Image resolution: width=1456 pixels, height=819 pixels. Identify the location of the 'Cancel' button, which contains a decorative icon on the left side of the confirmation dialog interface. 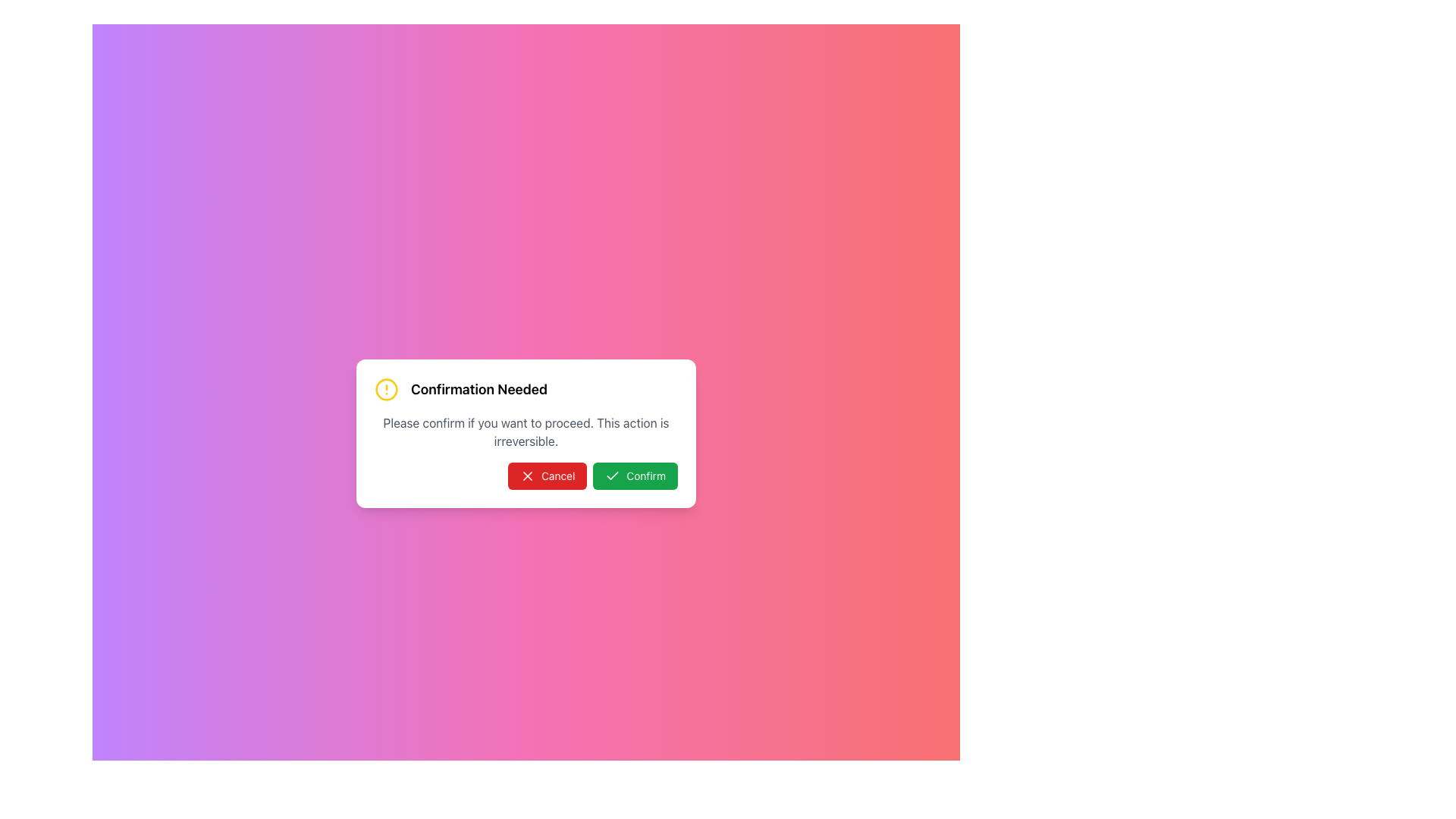
(528, 475).